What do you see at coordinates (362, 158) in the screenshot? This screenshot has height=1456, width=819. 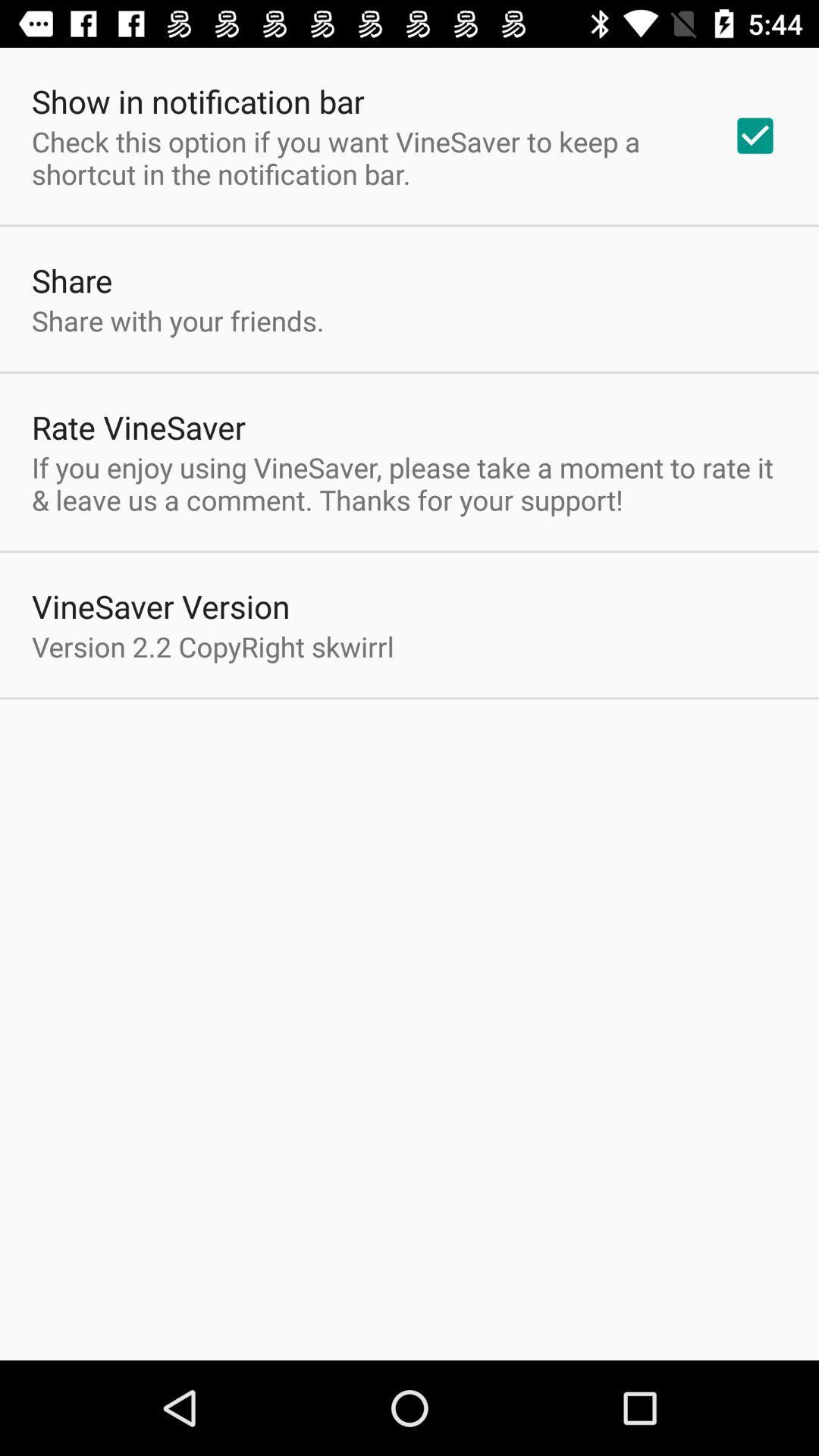 I see `icon below the show in notification app` at bounding box center [362, 158].